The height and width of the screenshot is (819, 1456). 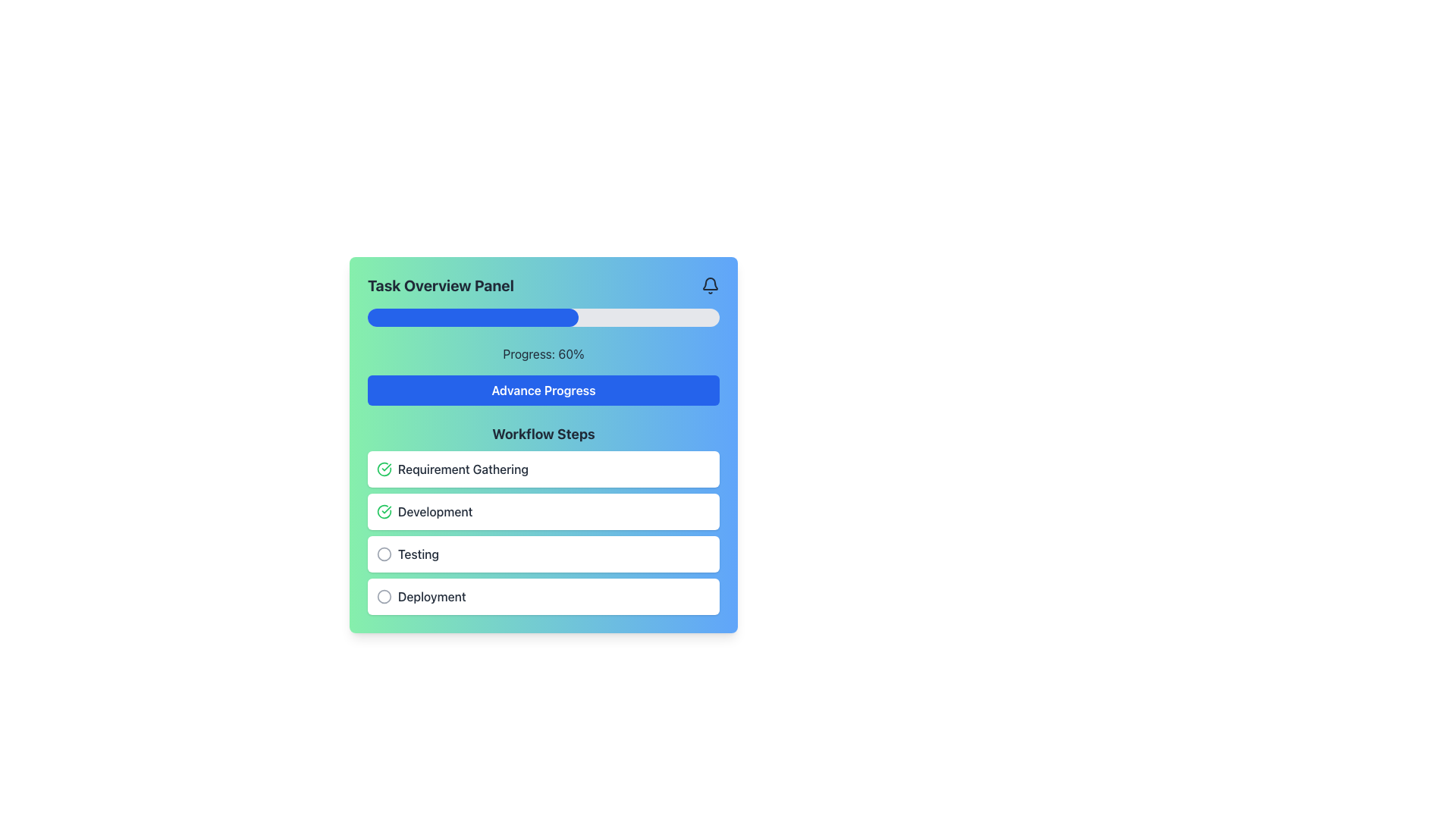 What do you see at coordinates (384, 595) in the screenshot?
I see `the small, circular gray icon with a minimalist outlined design located in the fourth row under the 'Workflow Steps' section, to the left of the text 'Deployment'` at bounding box center [384, 595].